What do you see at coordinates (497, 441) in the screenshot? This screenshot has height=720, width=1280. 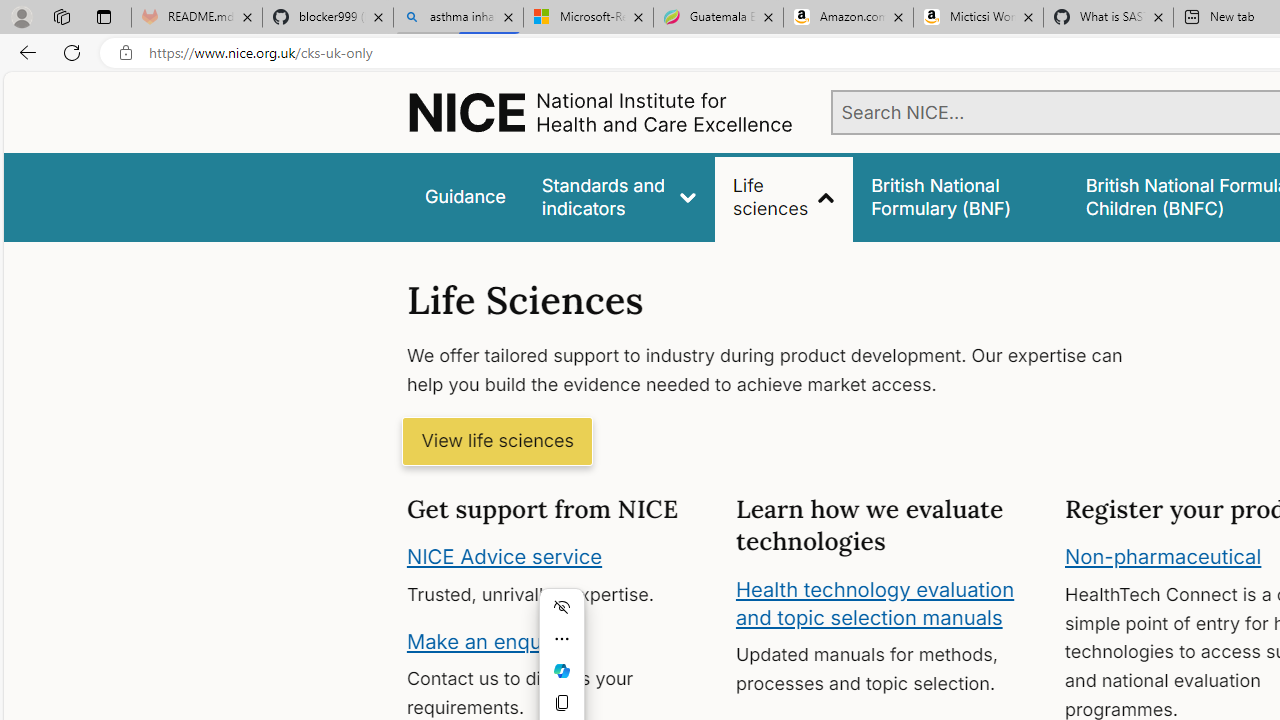 I see `'View life sciences'` at bounding box center [497, 441].